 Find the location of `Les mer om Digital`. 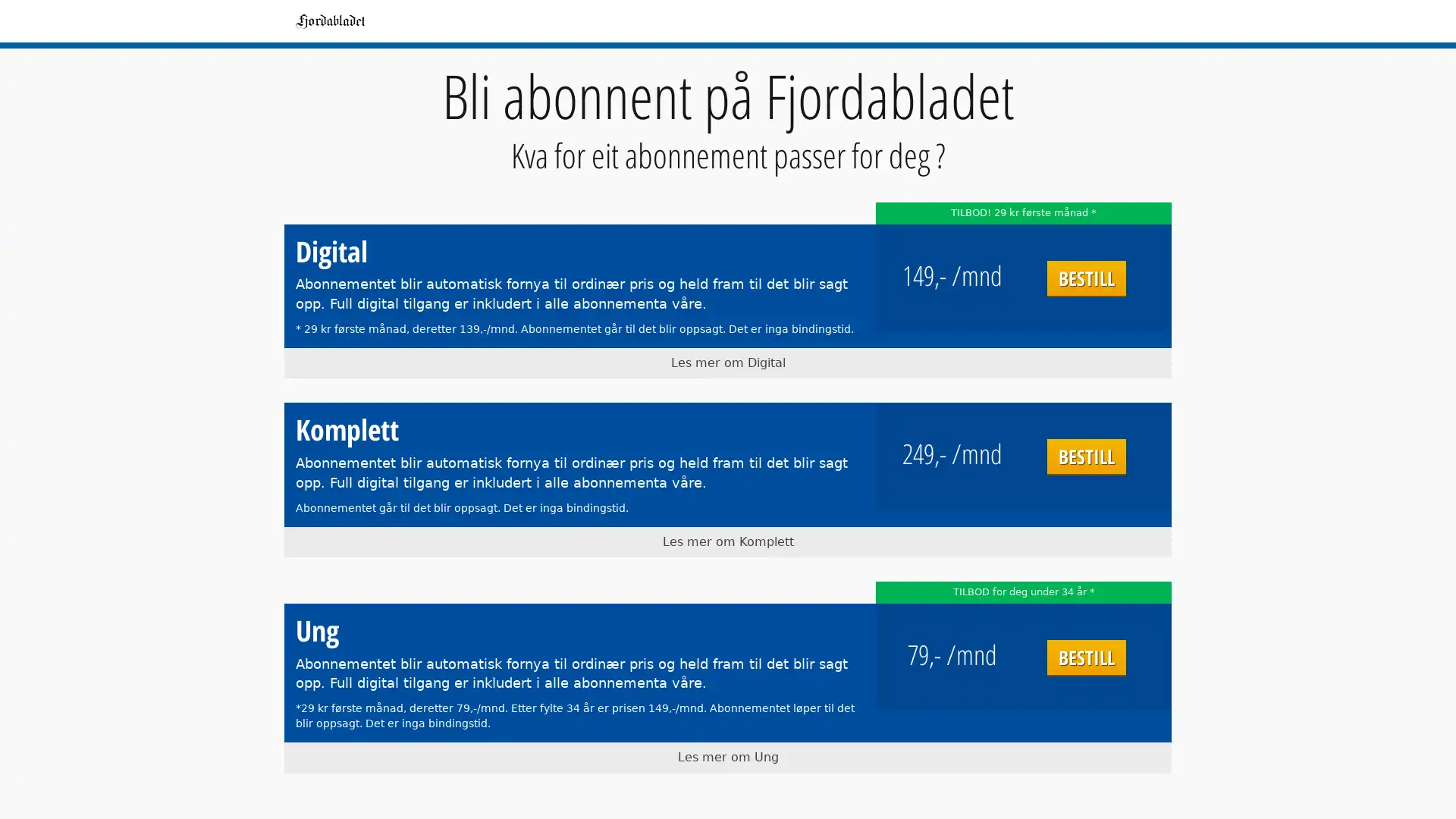

Les mer om Digital is located at coordinates (728, 362).